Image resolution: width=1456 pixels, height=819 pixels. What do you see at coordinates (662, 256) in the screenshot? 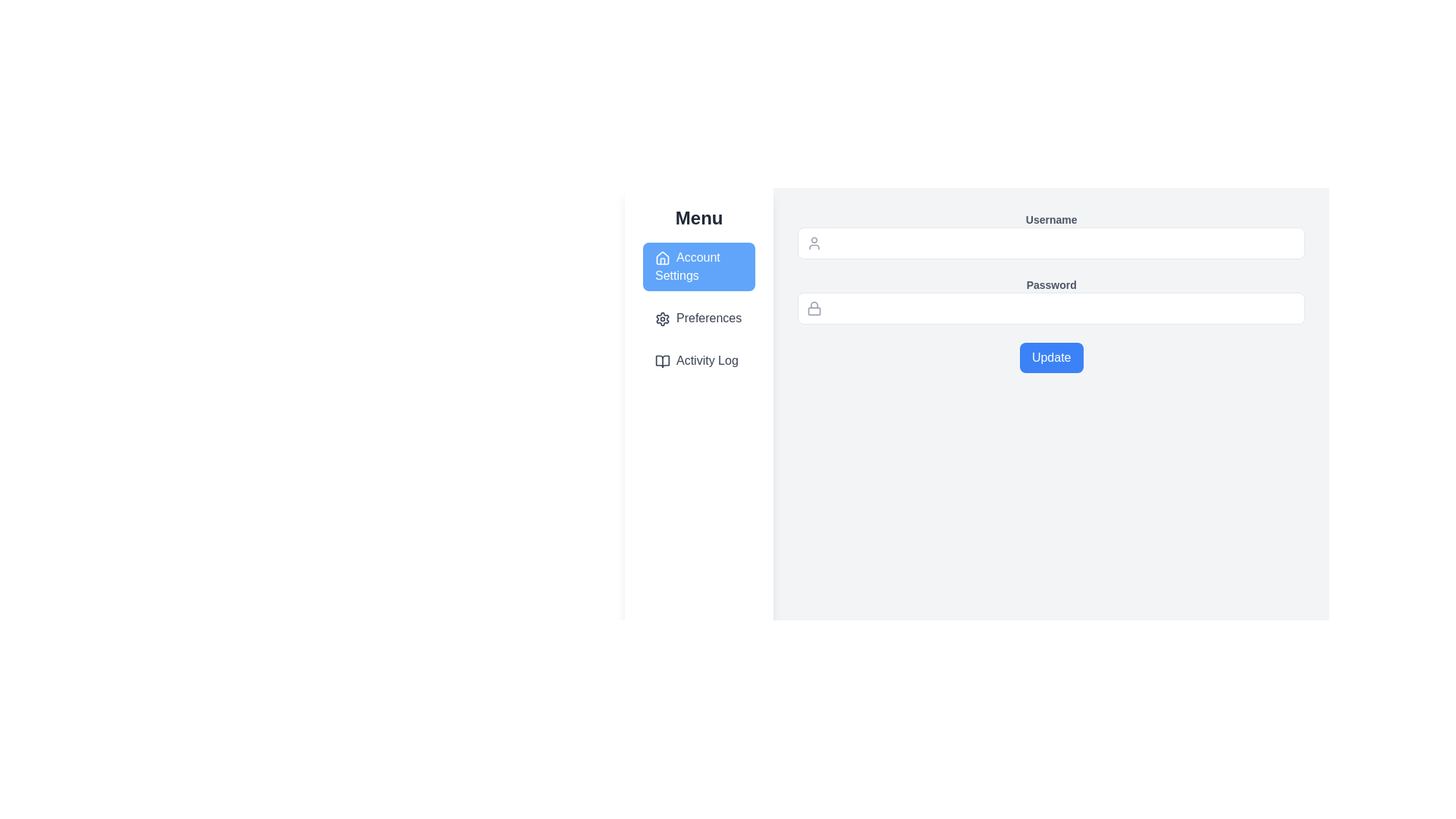
I see `the small house-shaped icon with a simple outline design, styled in white on a blue background, located at the start of the 'Account Settings' label in the left navigation menu` at bounding box center [662, 256].